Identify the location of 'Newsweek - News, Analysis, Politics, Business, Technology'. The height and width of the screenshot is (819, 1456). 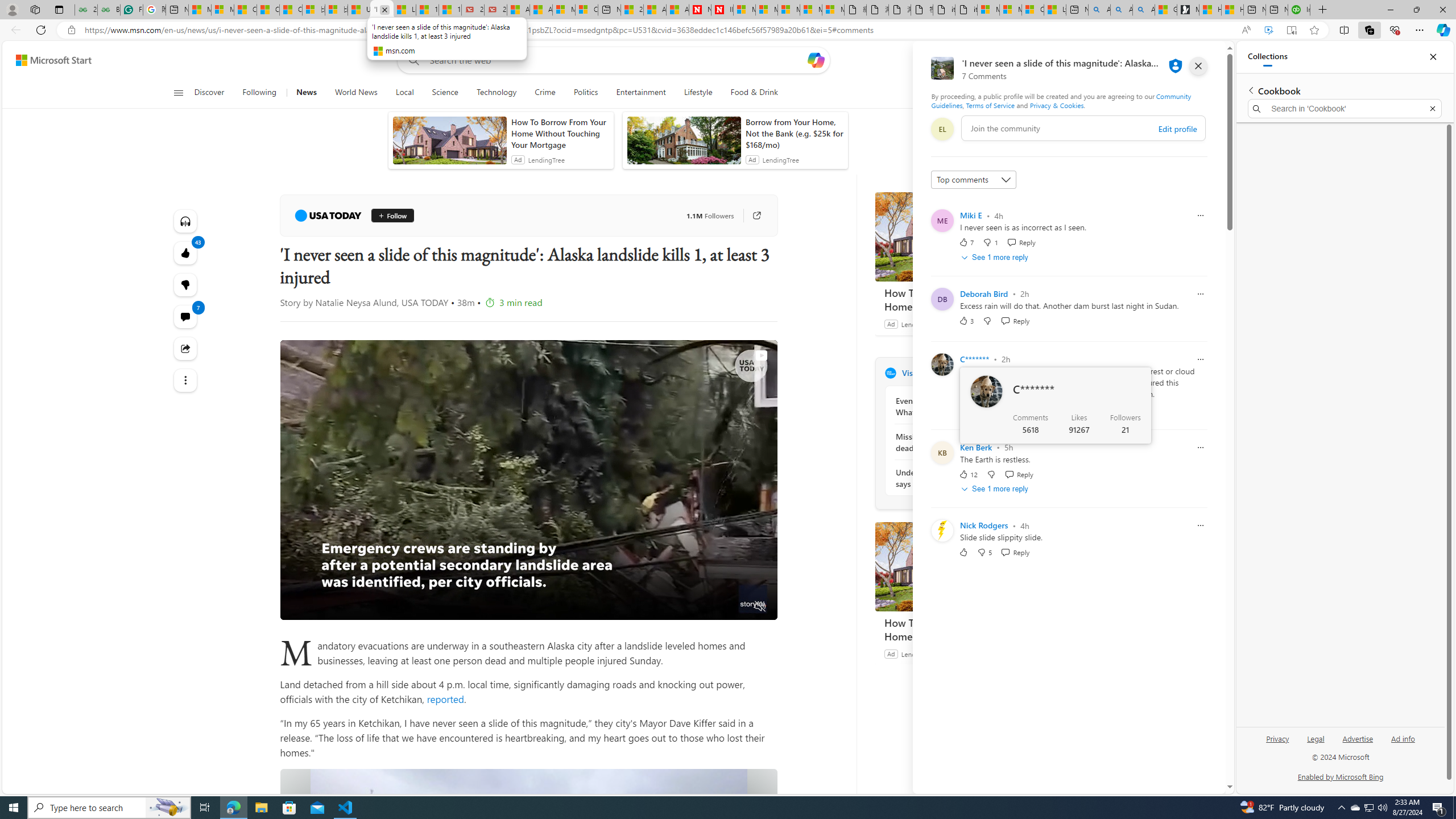
(700, 9).